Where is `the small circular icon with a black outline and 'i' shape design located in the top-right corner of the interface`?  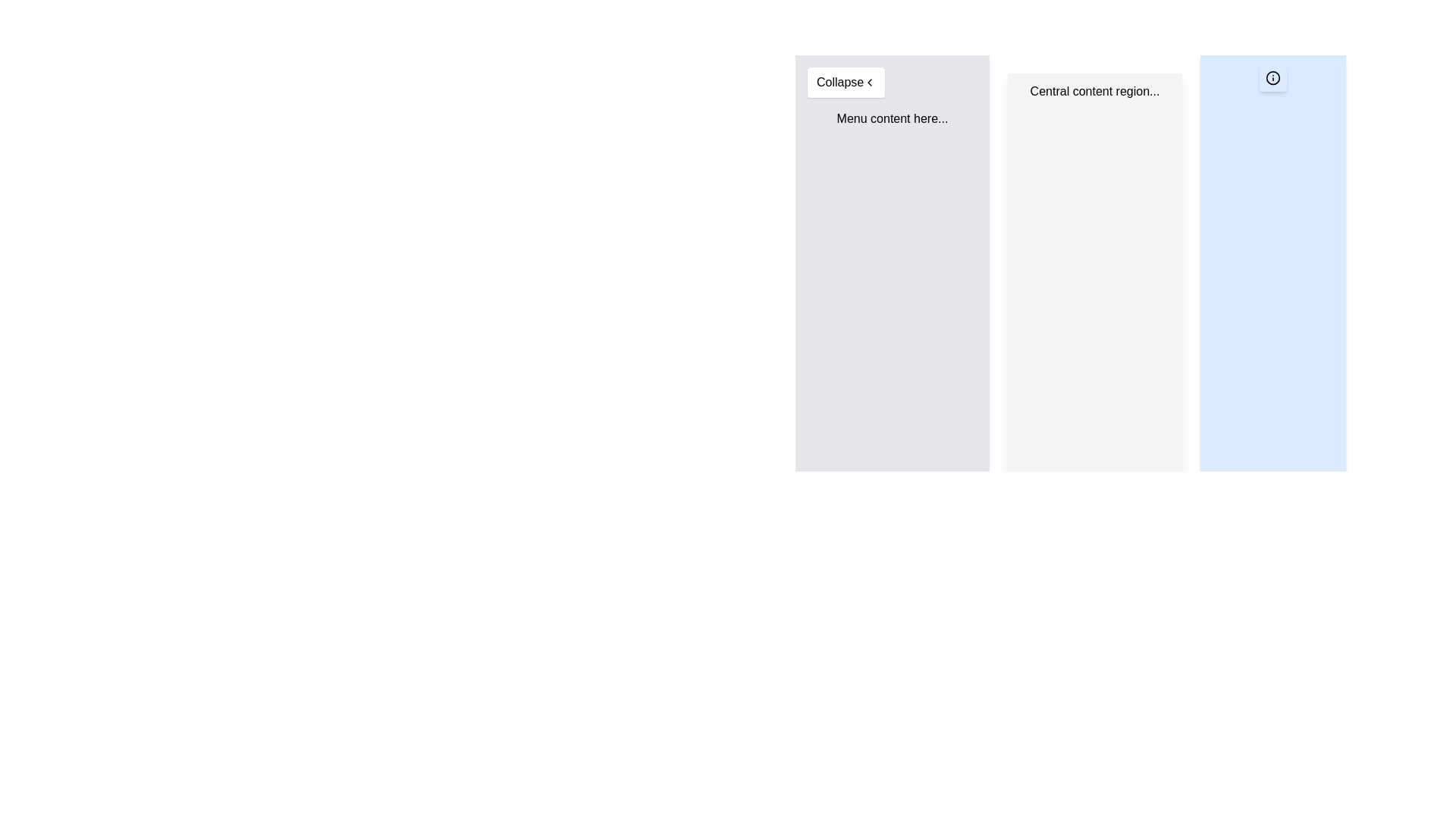
the small circular icon with a black outline and 'i' shape design located in the top-right corner of the interface is located at coordinates (1273, 78).